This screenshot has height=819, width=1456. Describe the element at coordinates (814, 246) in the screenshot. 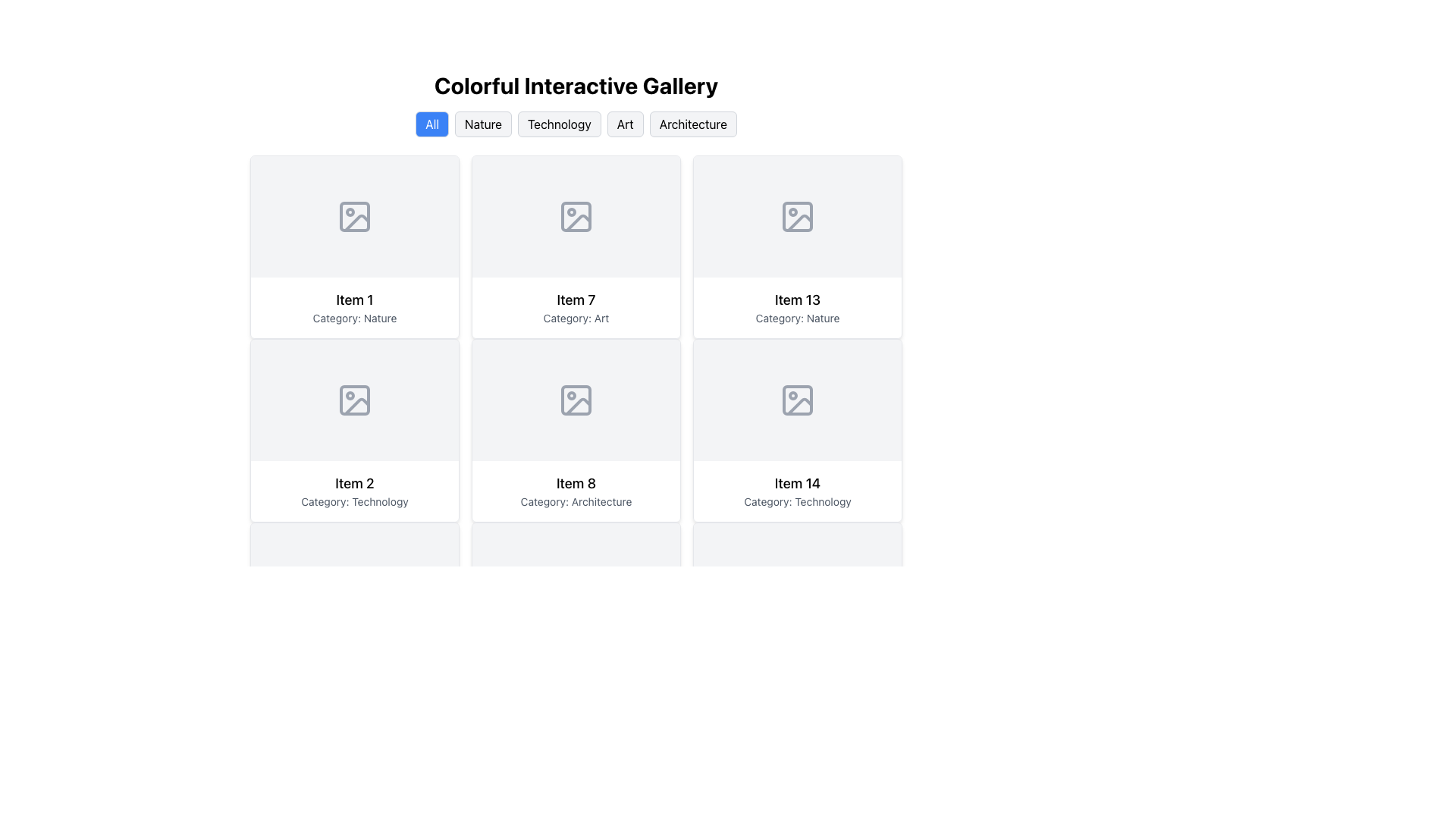

I see `the 'like' button in the top-right corner of the 'Item 13' card within the 'Colorful Interactive Gallery'` at that location.